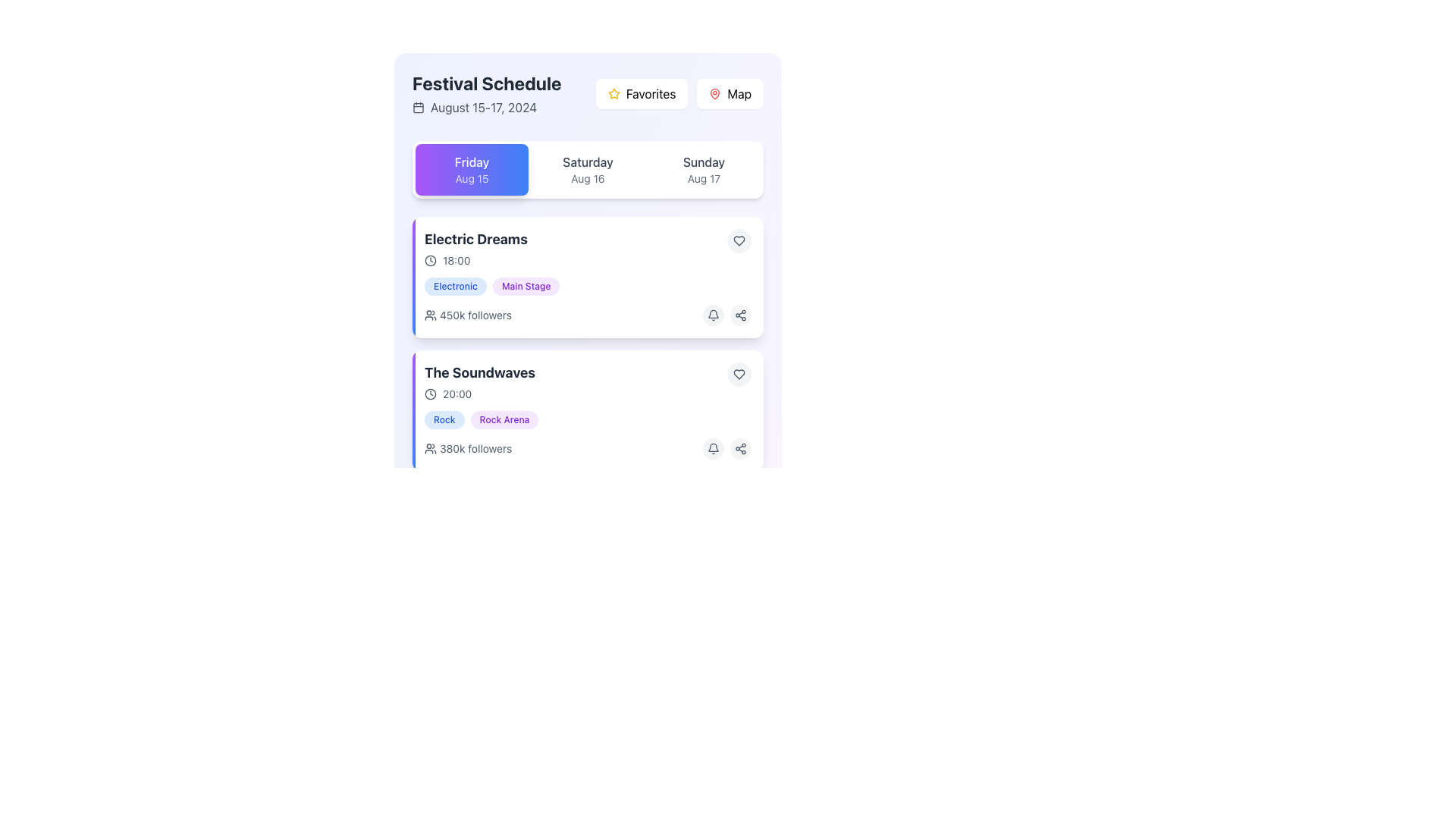  What do you see at coordinates (614, 93) in the screenshot?
I see `the golden star icon within the 'Favorites' button, which is located in the top-right section of the interface near the 'Map' button` at bounding box center [614, 93].